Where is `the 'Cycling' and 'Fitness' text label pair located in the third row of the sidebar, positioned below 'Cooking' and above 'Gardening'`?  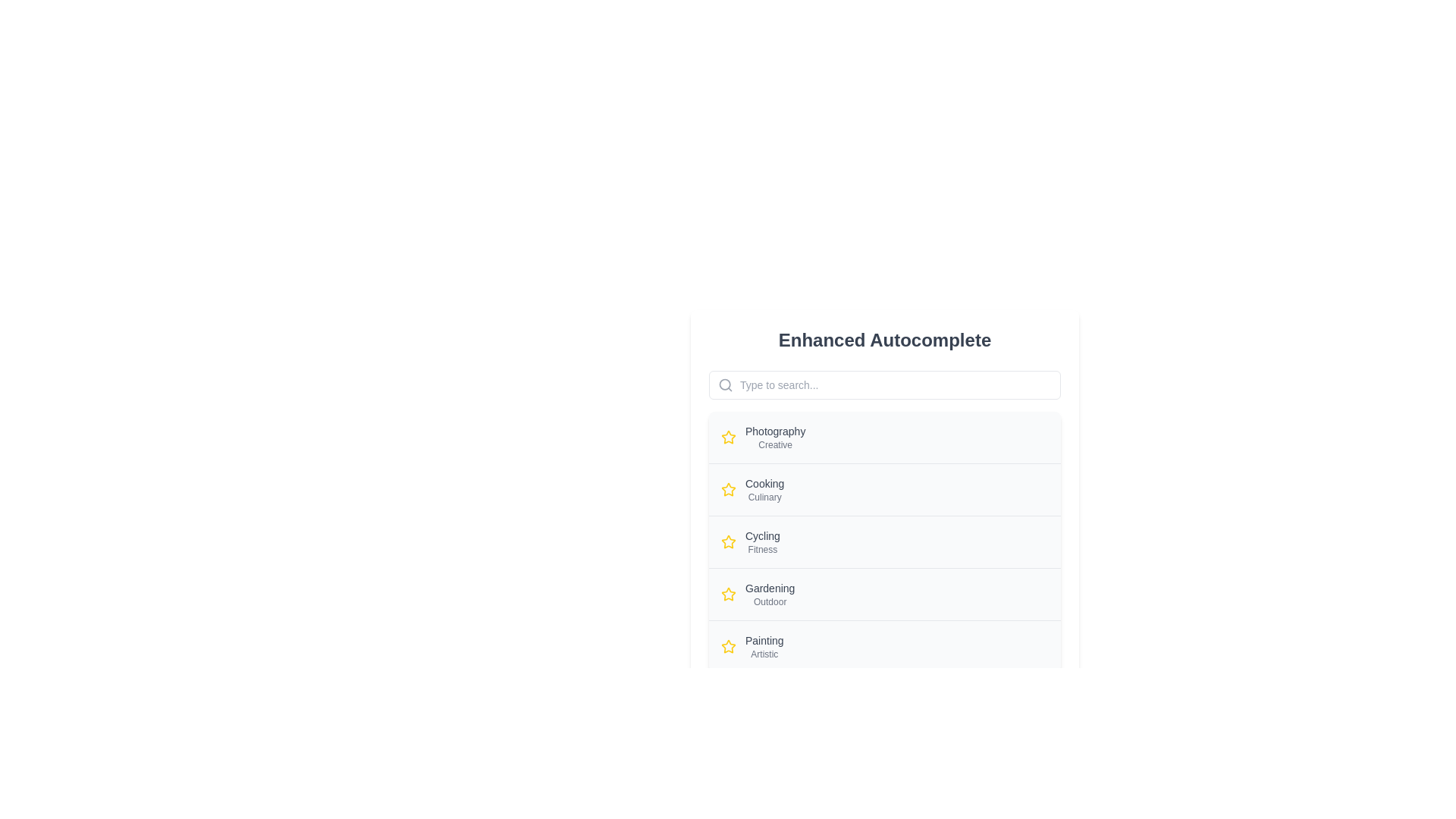
the 'Cycling' and 'Fitness' text label pair located in the third row of the sidebar, positioned below 'Cooking' and above 'Gardening' is located at coordinates (762, 541).